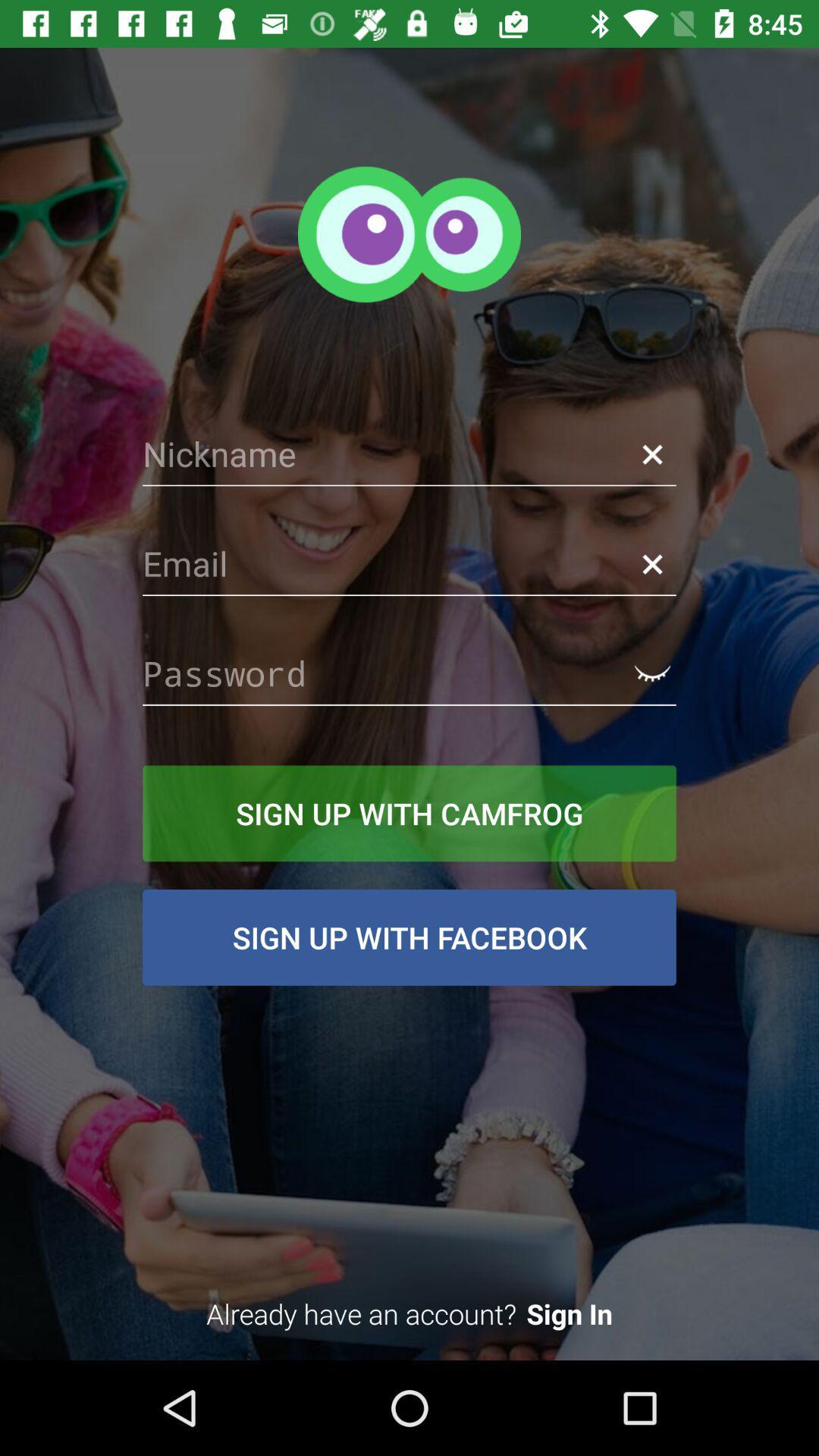 Image resolution: width=819 pixels, height=1456 pixels. What do you see at coordinates (651, 673) in the screenshot?
I see `confirm password` at bounding box center [651, 673].